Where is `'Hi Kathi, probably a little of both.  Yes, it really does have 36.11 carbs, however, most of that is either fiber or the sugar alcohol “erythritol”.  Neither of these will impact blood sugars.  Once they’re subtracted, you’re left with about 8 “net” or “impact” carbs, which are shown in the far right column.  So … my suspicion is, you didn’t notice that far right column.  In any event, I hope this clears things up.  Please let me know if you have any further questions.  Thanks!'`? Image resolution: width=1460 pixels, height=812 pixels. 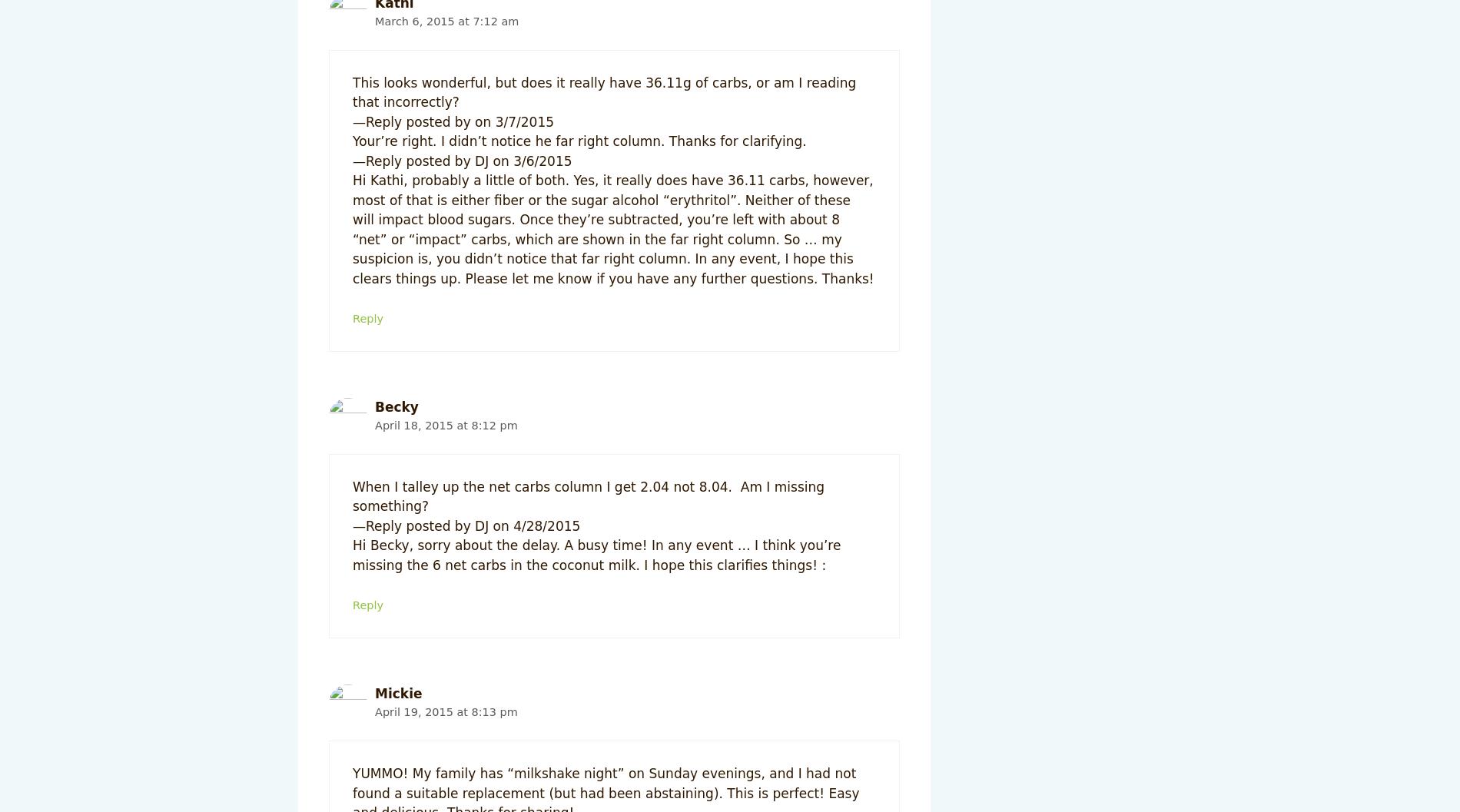 'Hi Kathi, probably a little of both.  Yes, it really does have 36.11 carbs, however, most of that is either fiber or the sugar alcohol “erythritol”.  Neither of these will impact blood sugars.  Once they’re subtracted, you’re left with about 8 “net” or “impact” carbs, which are shown in the far right column.  So … my suspicion is, you didn’t notice that far right column.  In any event, I hope this clears things up.  Please let me know if you have any further questions.  Thanks!' is located at coordinates (352, 228).